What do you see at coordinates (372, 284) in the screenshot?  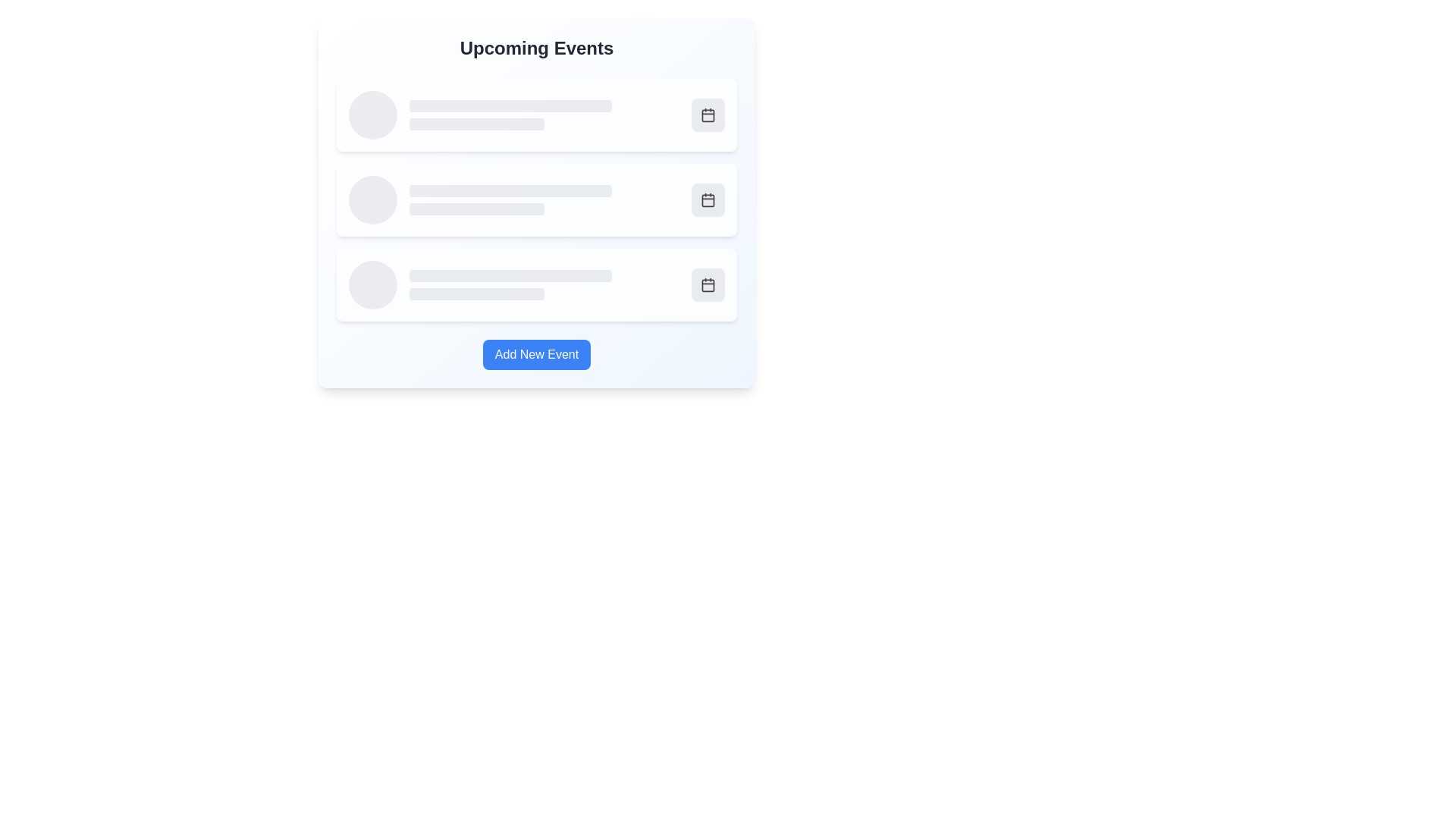 I see `the circular placeholder element with a light gray background located in the first sub-item of the third row in a vertical list layout` at bounding box center [372, 284].